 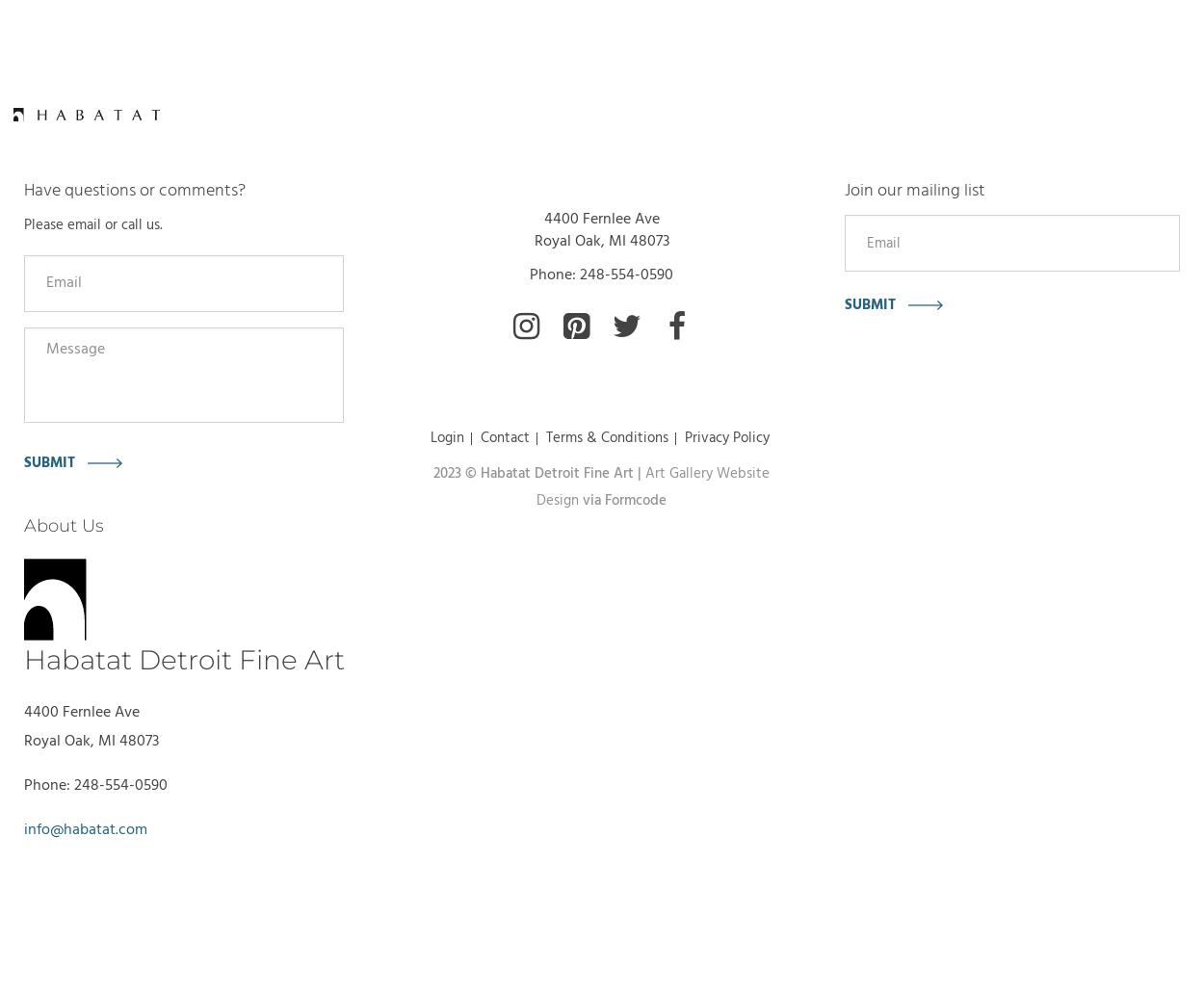 What do you see at coordinates (913, 190) in the screenshot?
I see `'Join our mailing list'` at bounding box center [913, 190].